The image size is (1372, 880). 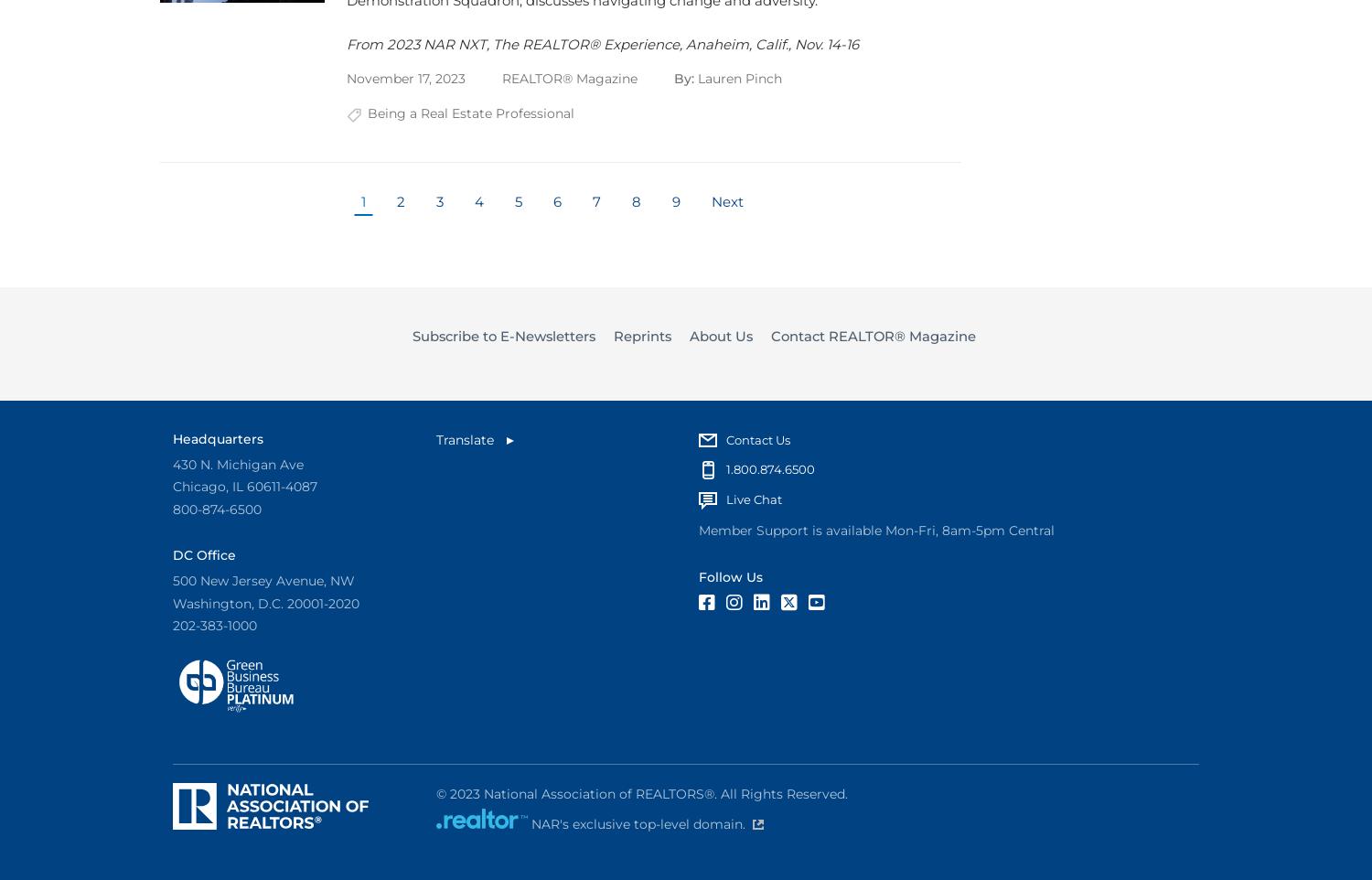 I want to click on 'Live Chat', so click(x=725, y=499).